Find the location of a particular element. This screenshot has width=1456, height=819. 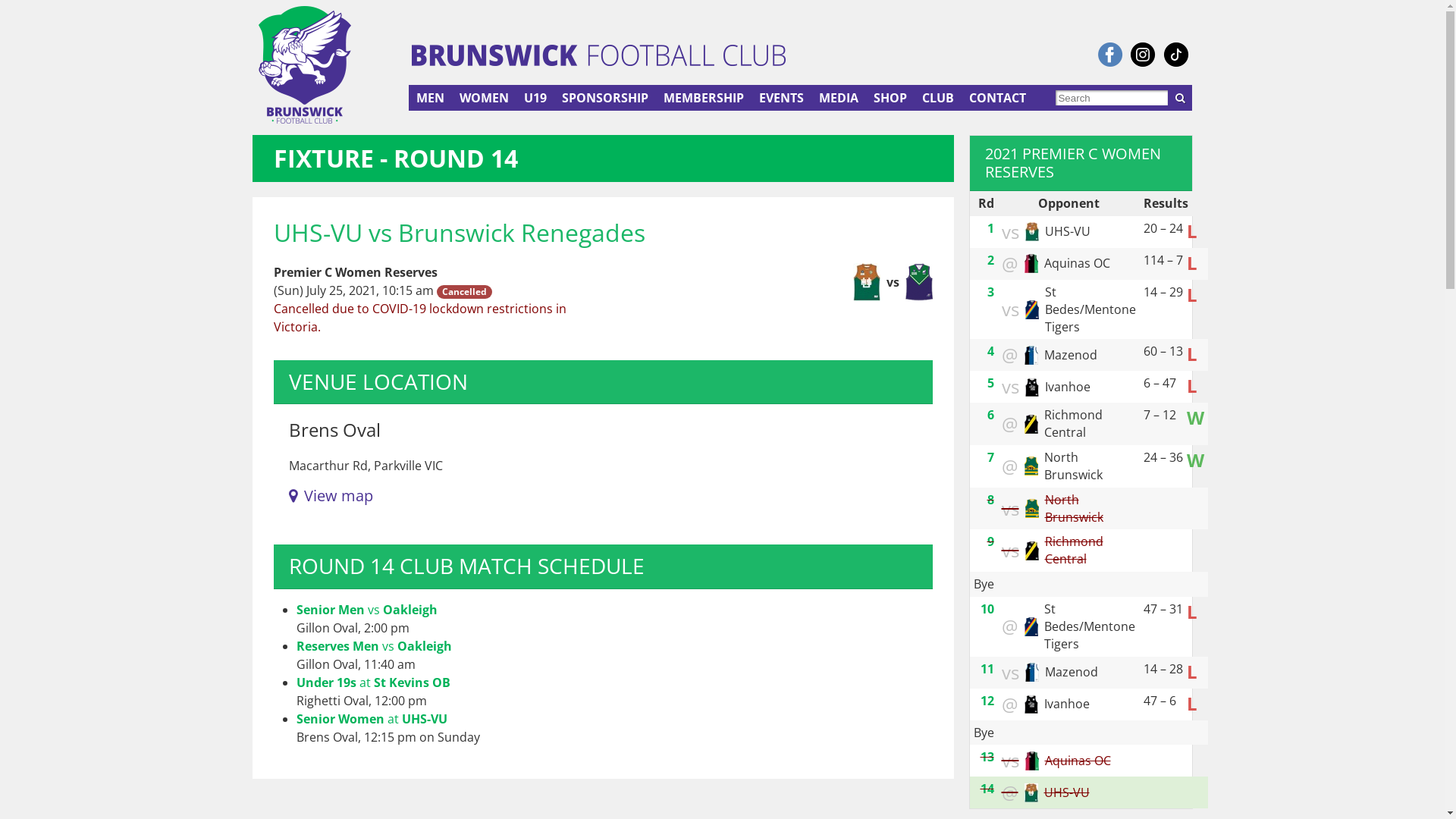

'UHS-VU' is located at coordinates (1031, 231).